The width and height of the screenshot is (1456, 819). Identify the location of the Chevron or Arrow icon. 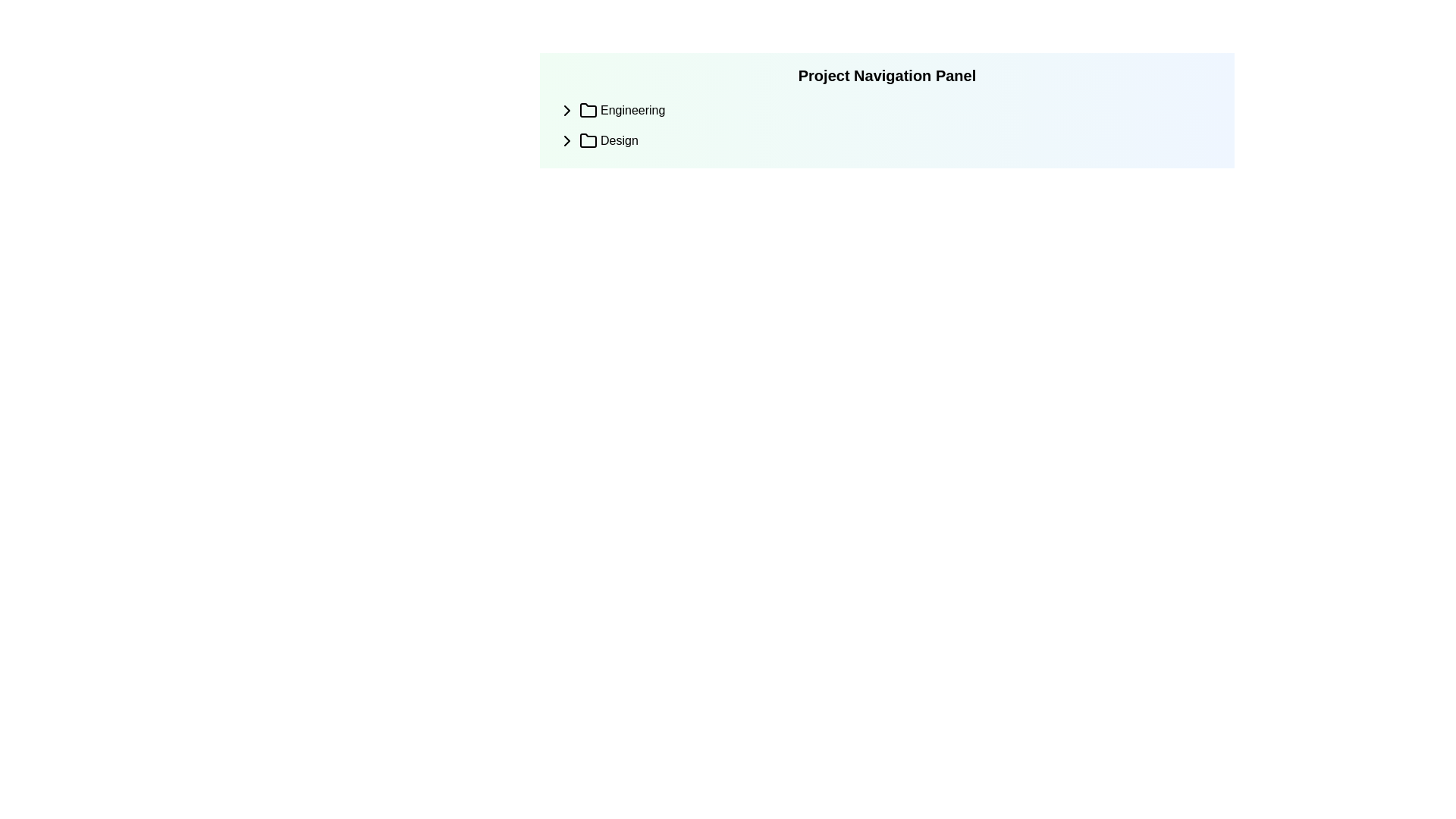
(566, 110).